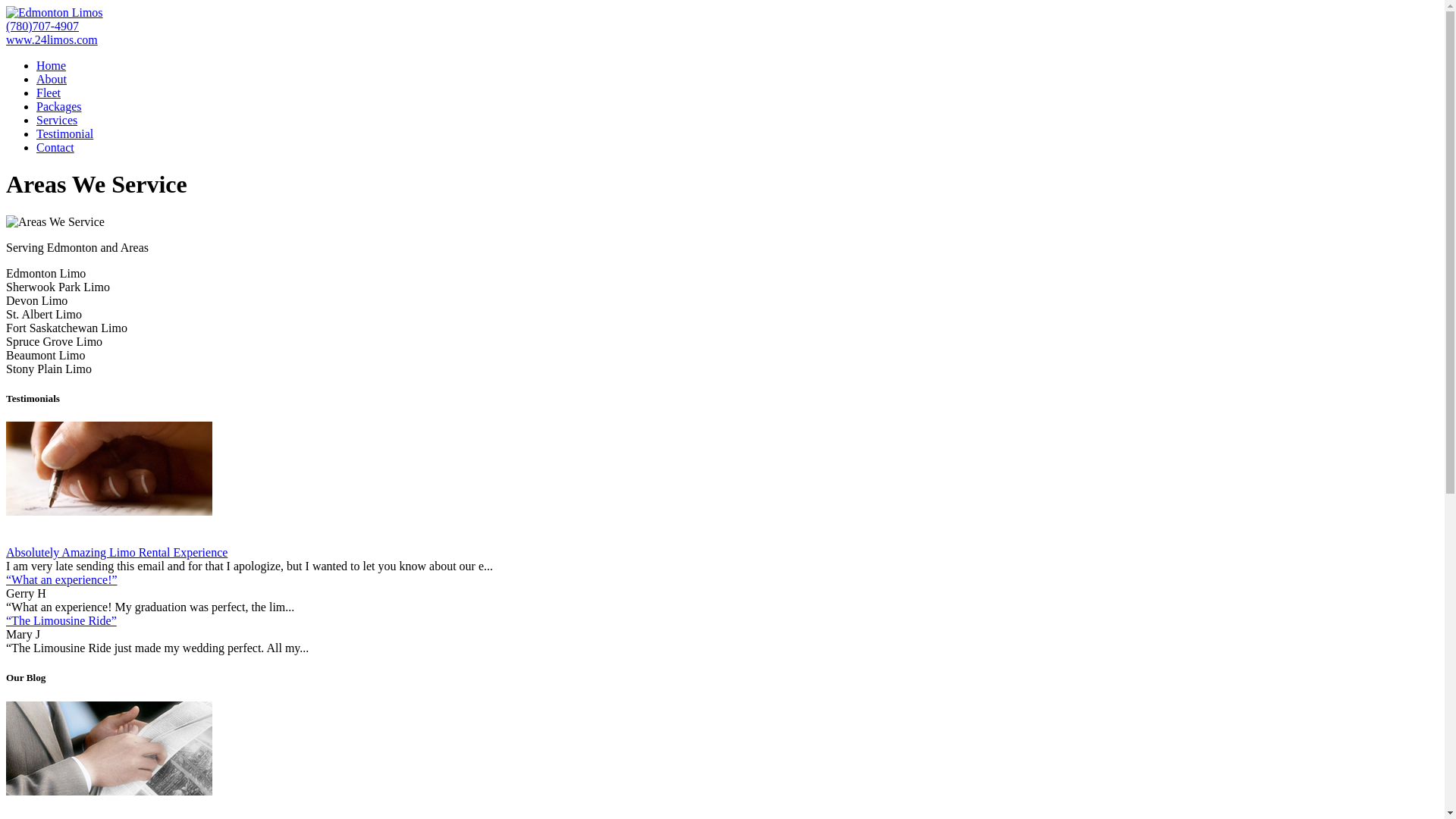  What do you see at coordinates (42, 26) in the screenshot?
I see `'(780)707-4907'` at bounding box center [42, 26].